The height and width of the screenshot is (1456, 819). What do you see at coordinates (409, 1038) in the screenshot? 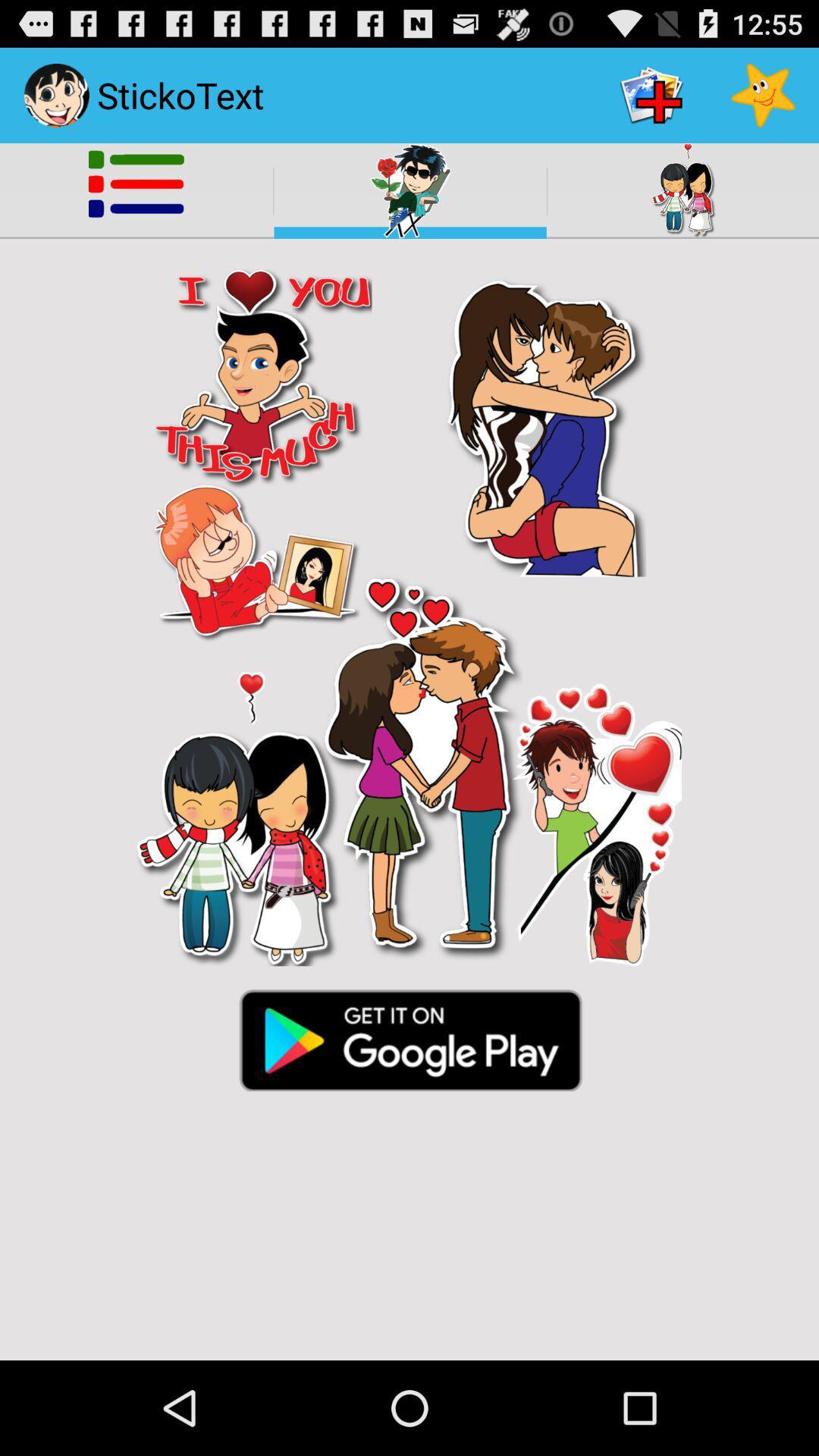
I see `google pay app` at bounding box center [409, 1038].